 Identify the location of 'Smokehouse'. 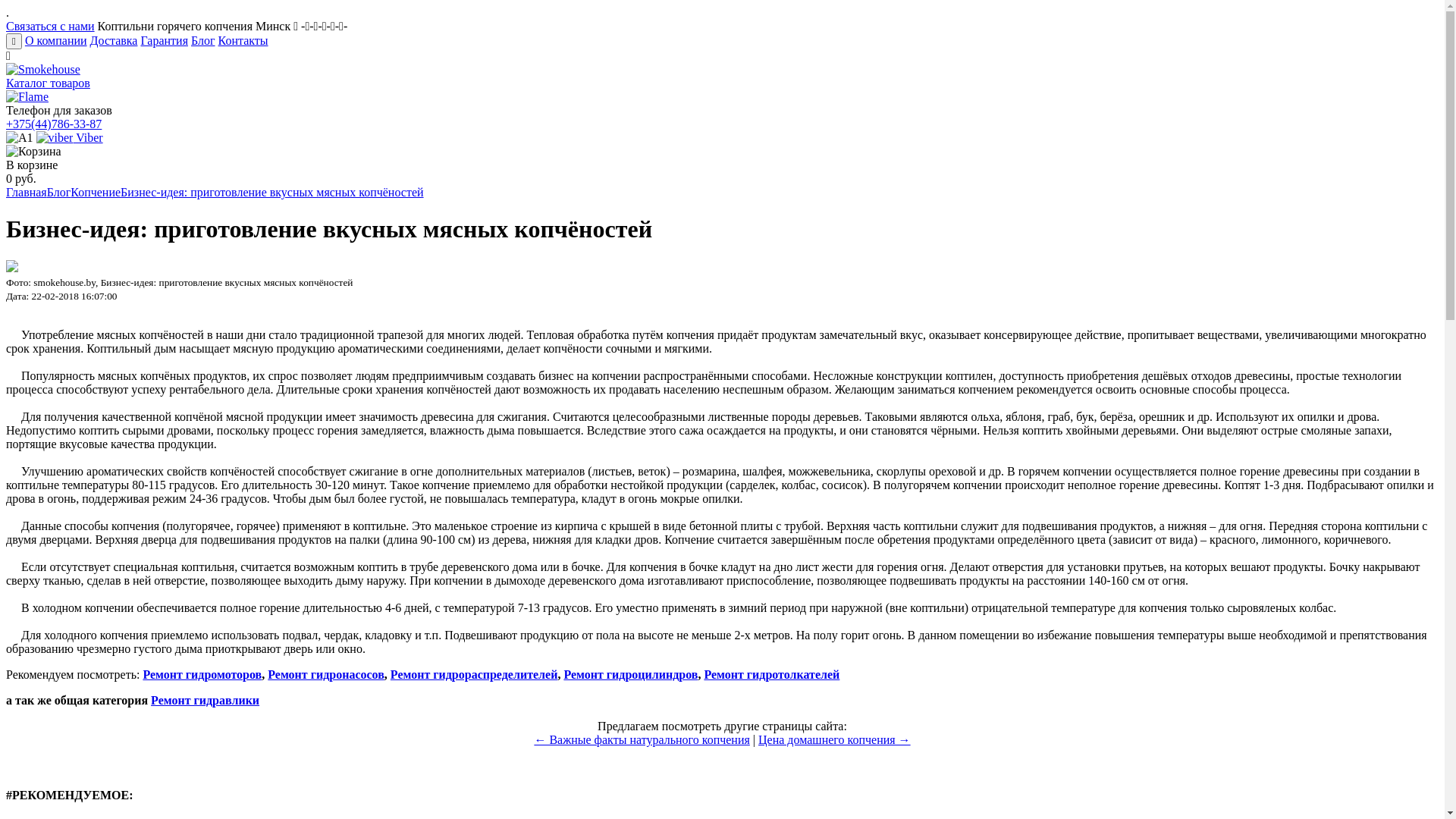
(43, 70).